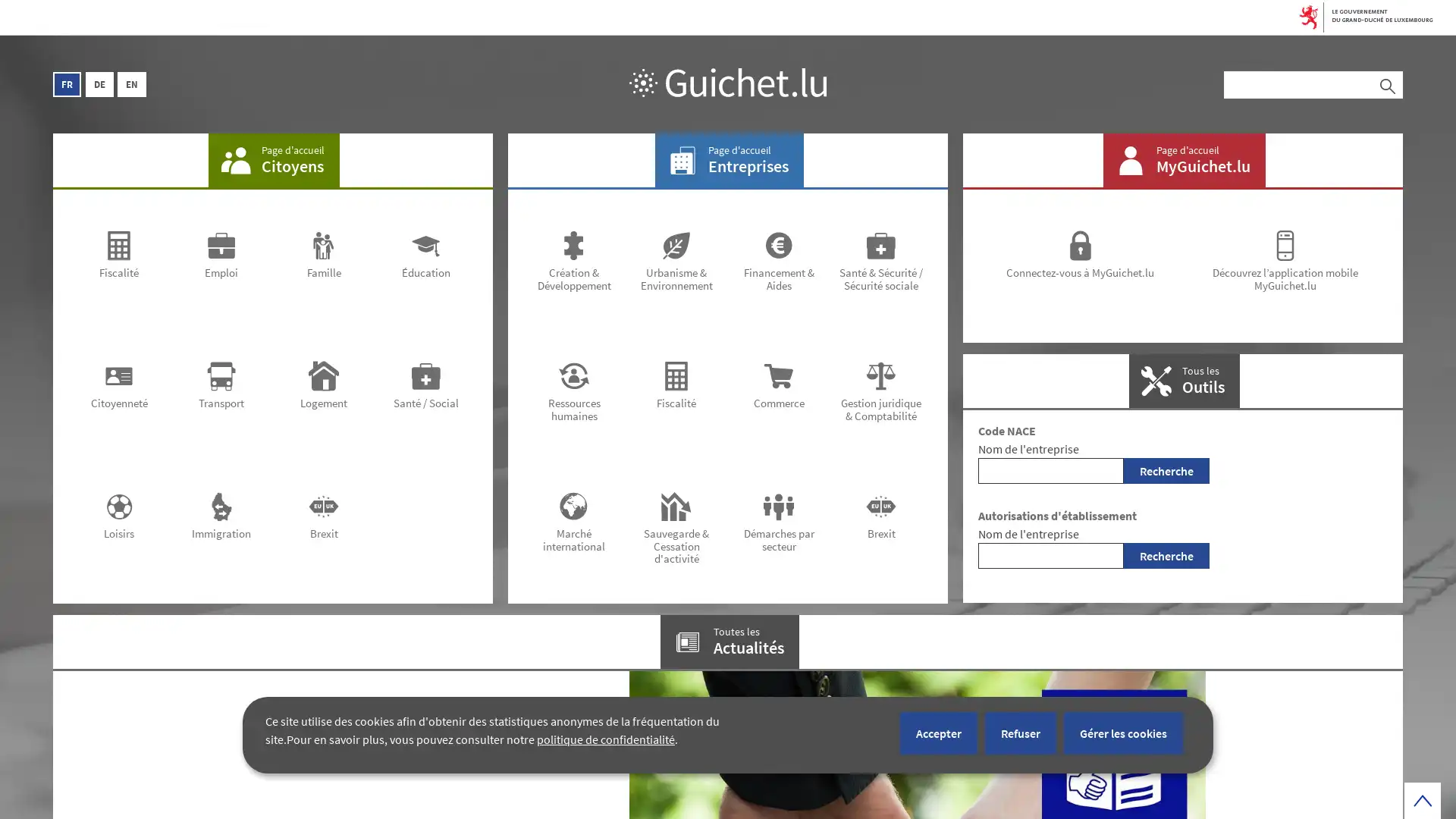  What do you see at coordinates (1123, 733) in the screenshot?
I see `Gerer les cookies` at bounding box center [1123, 733].